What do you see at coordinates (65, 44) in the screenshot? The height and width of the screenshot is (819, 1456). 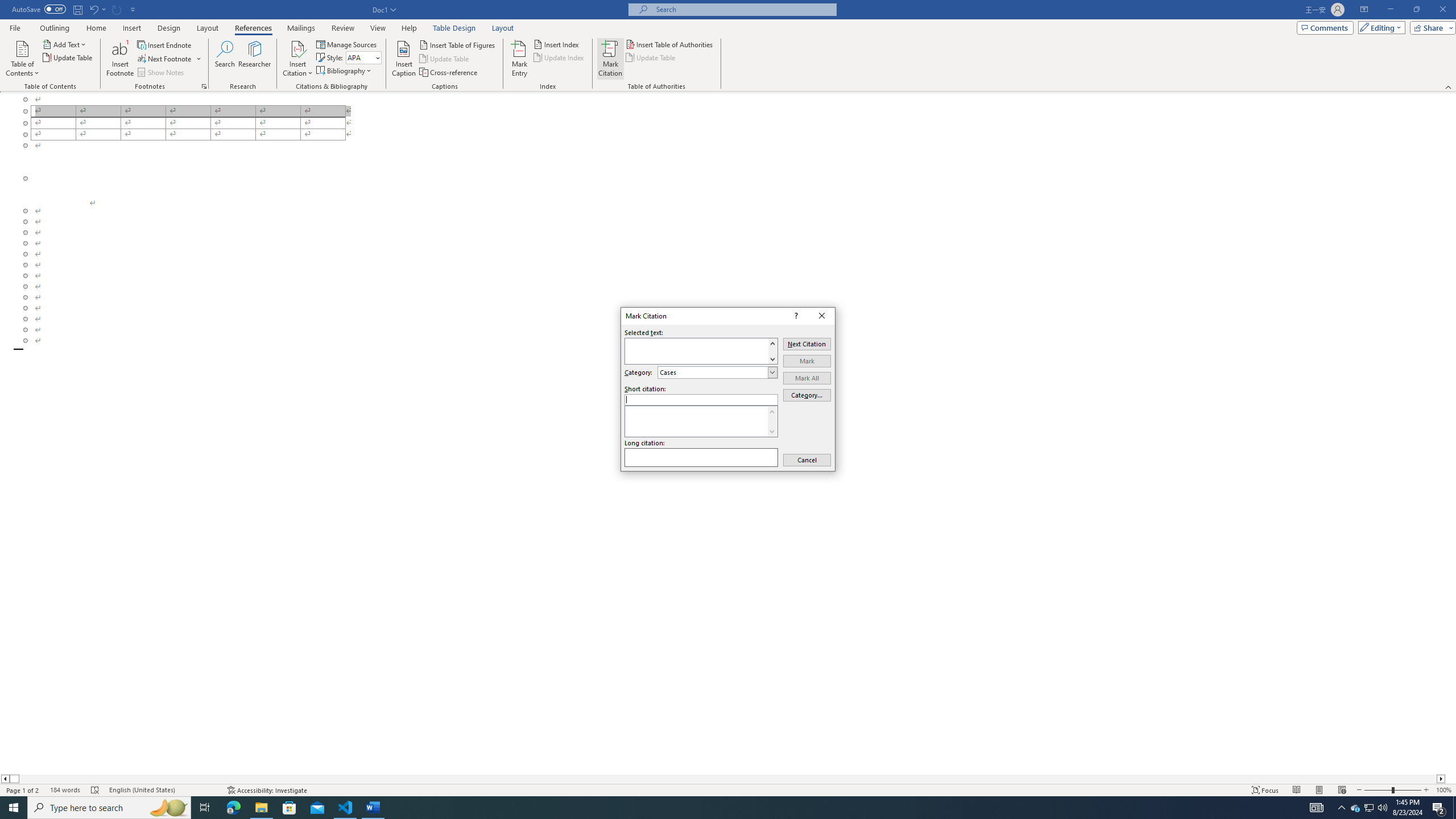 I see `'Add Text'` at bounding box center [65, 44].